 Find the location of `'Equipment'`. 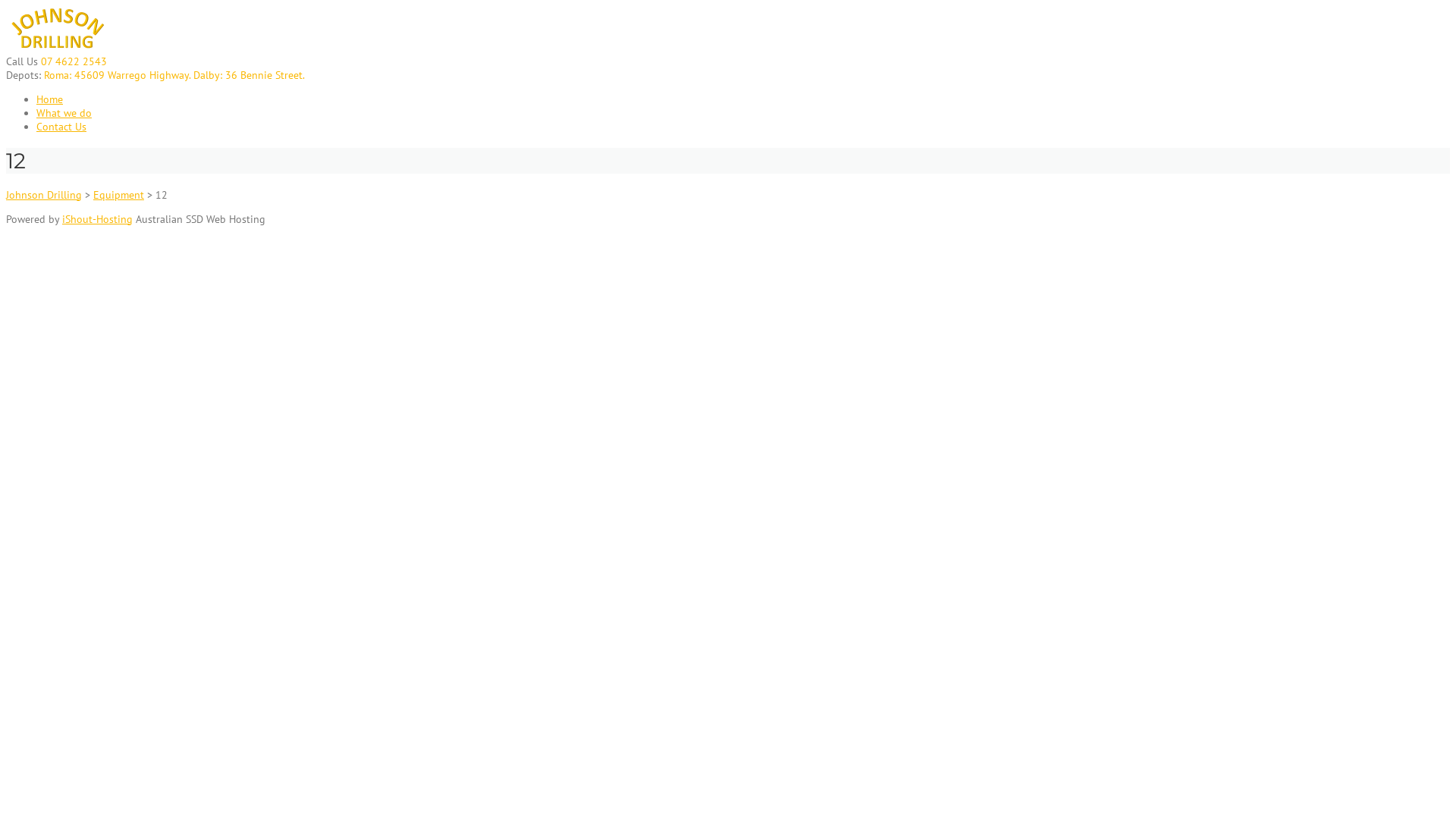

'Equipment' is located at coordinates (93, 194).